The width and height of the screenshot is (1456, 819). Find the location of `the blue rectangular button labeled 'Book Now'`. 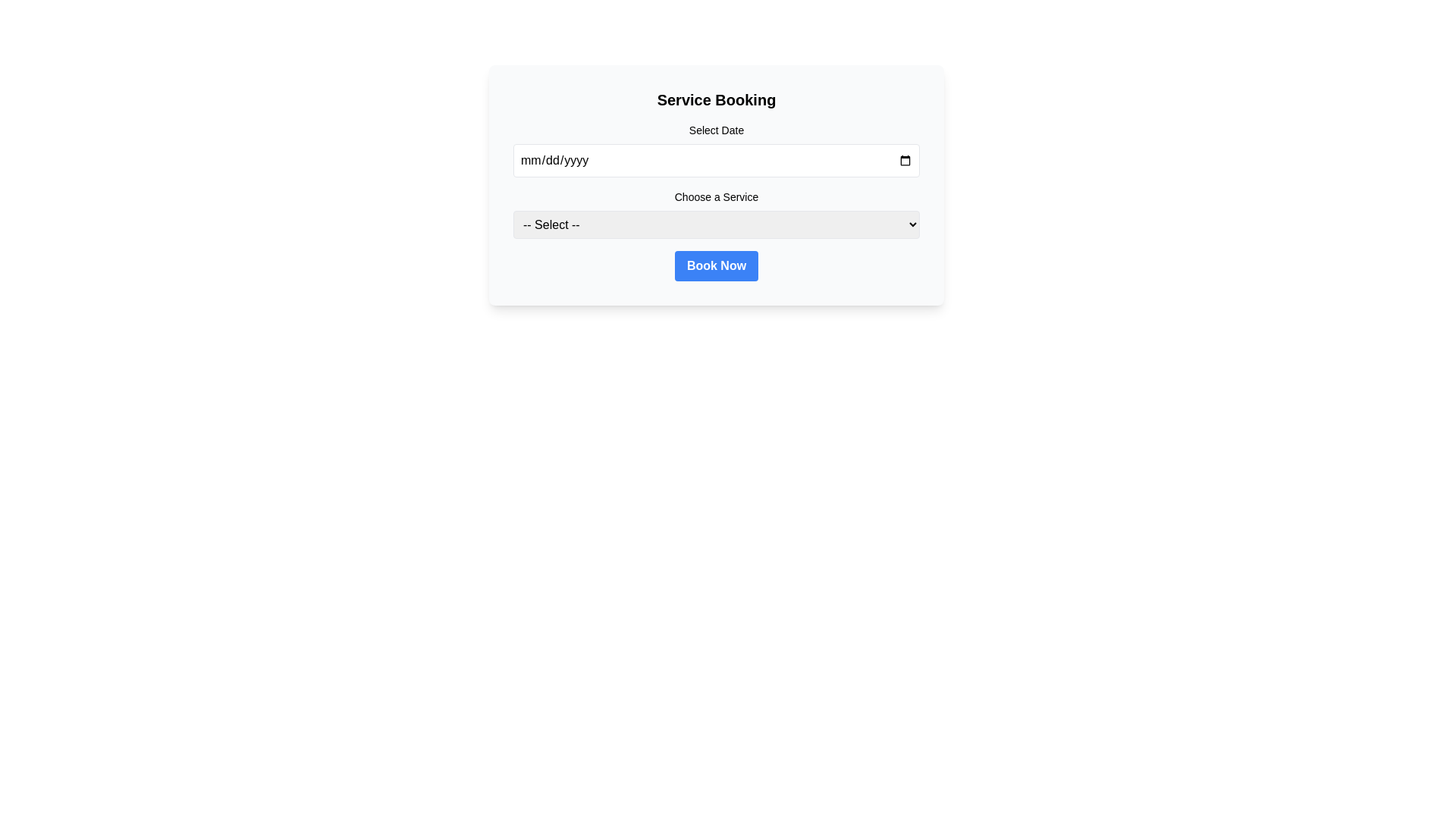

the blue rectangular button labeled 'Book Now' is located at coordinates (716, 265).